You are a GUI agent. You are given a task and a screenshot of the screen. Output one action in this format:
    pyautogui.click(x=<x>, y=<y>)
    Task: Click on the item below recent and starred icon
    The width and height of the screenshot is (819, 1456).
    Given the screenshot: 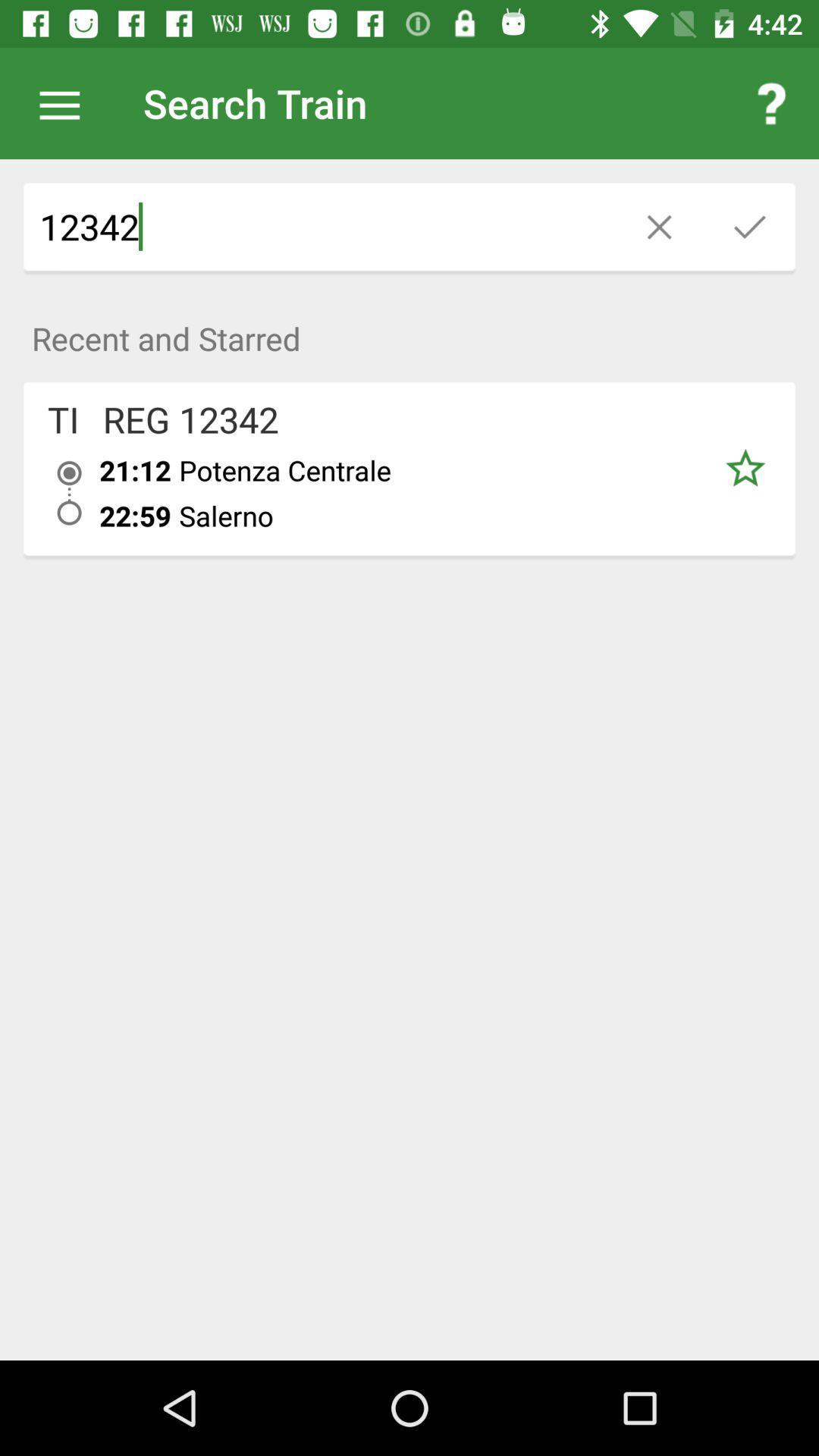 What is the action you would take?
    pyautogui.click(x=744, y=468)
    